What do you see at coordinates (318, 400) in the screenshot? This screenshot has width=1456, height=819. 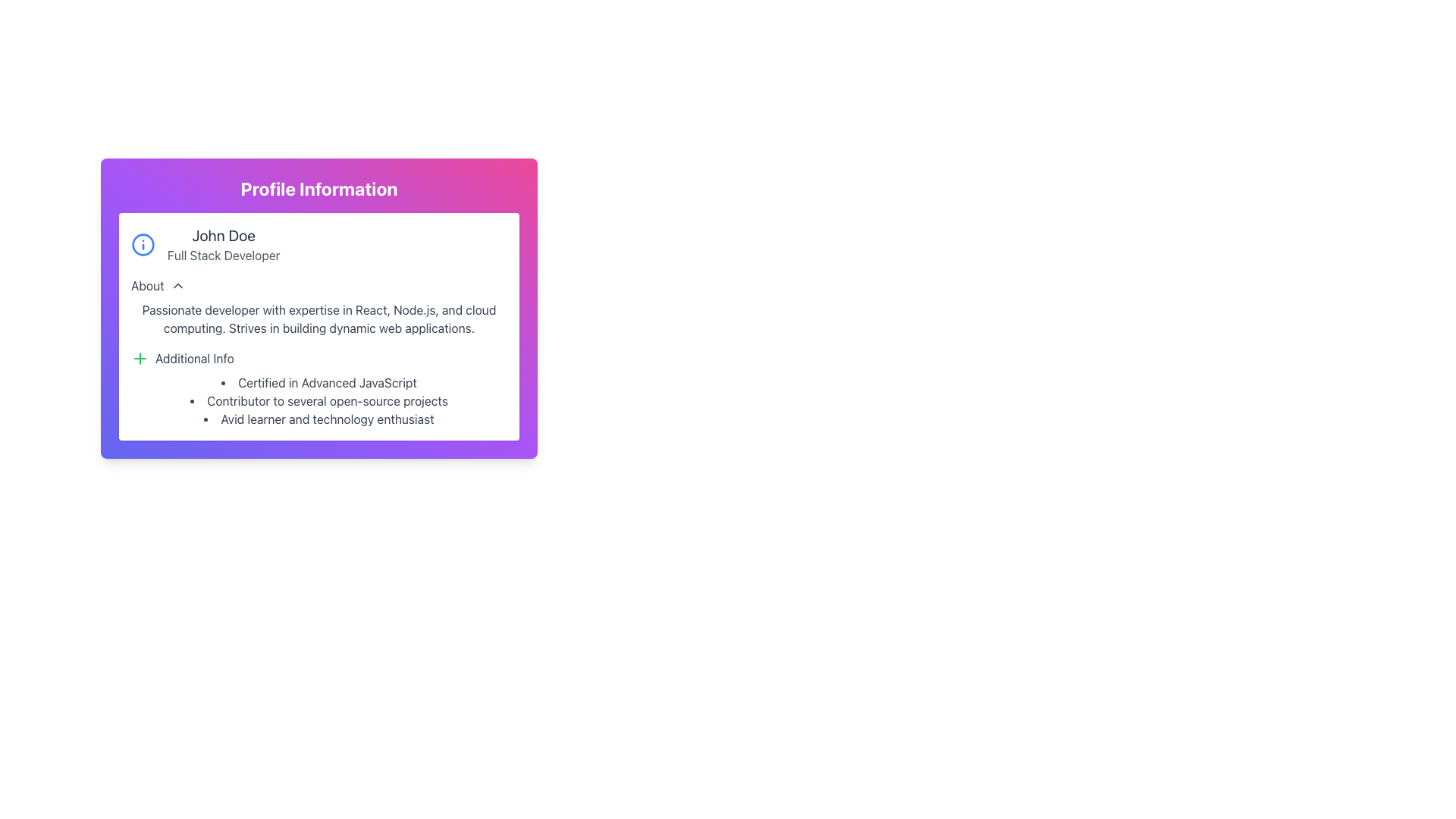 I see `the bulleted list located beneath the 'Additional Info' heading in the profile card, which contains three items styled with a gray font color` at bounding box center [318, 400].